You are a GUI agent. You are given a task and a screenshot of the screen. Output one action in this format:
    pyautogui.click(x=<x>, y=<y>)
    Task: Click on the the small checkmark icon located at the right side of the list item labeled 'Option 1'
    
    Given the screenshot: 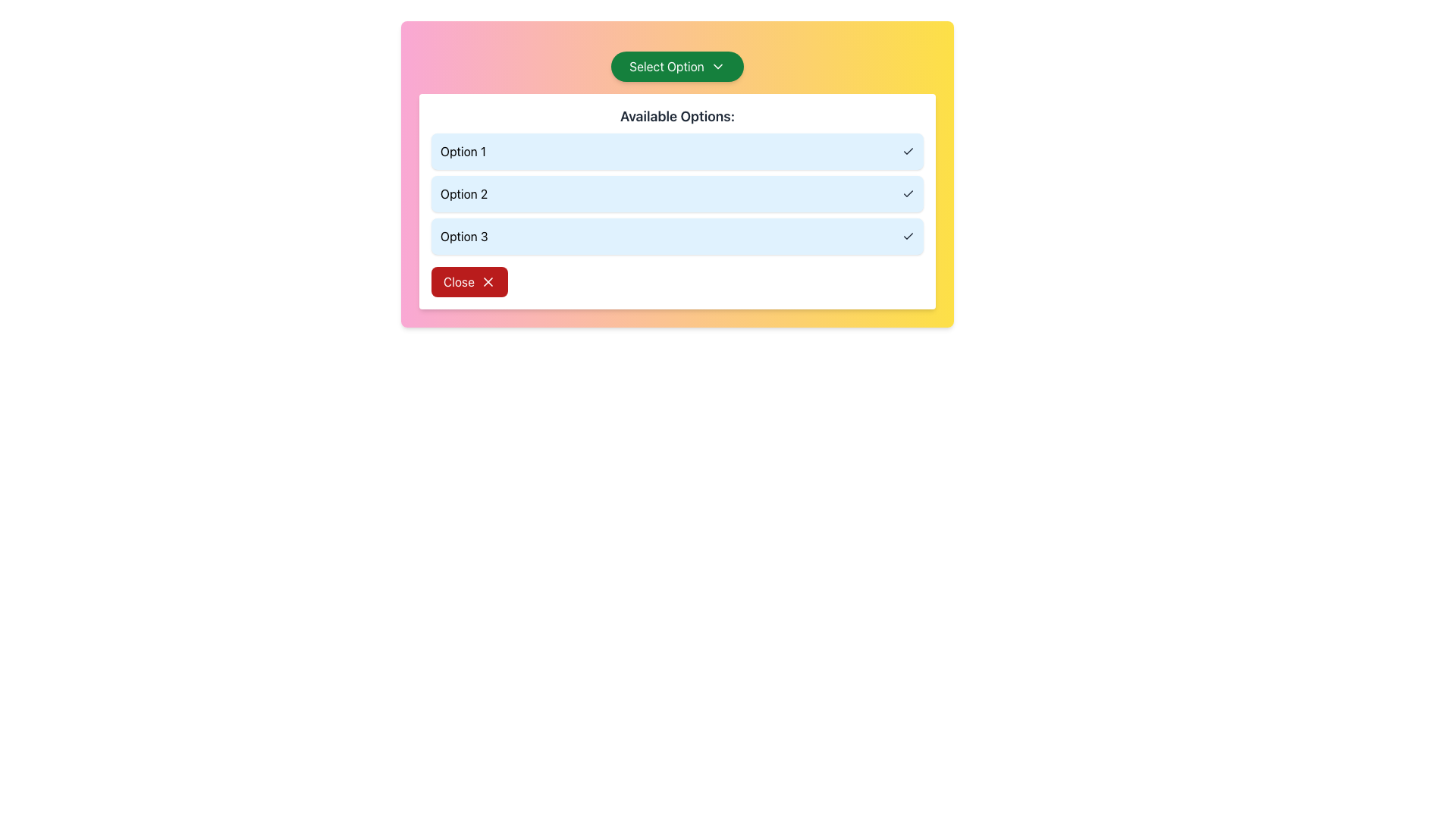 What is the action you would take?
    pyautogui.click(x=908, y=152)
    